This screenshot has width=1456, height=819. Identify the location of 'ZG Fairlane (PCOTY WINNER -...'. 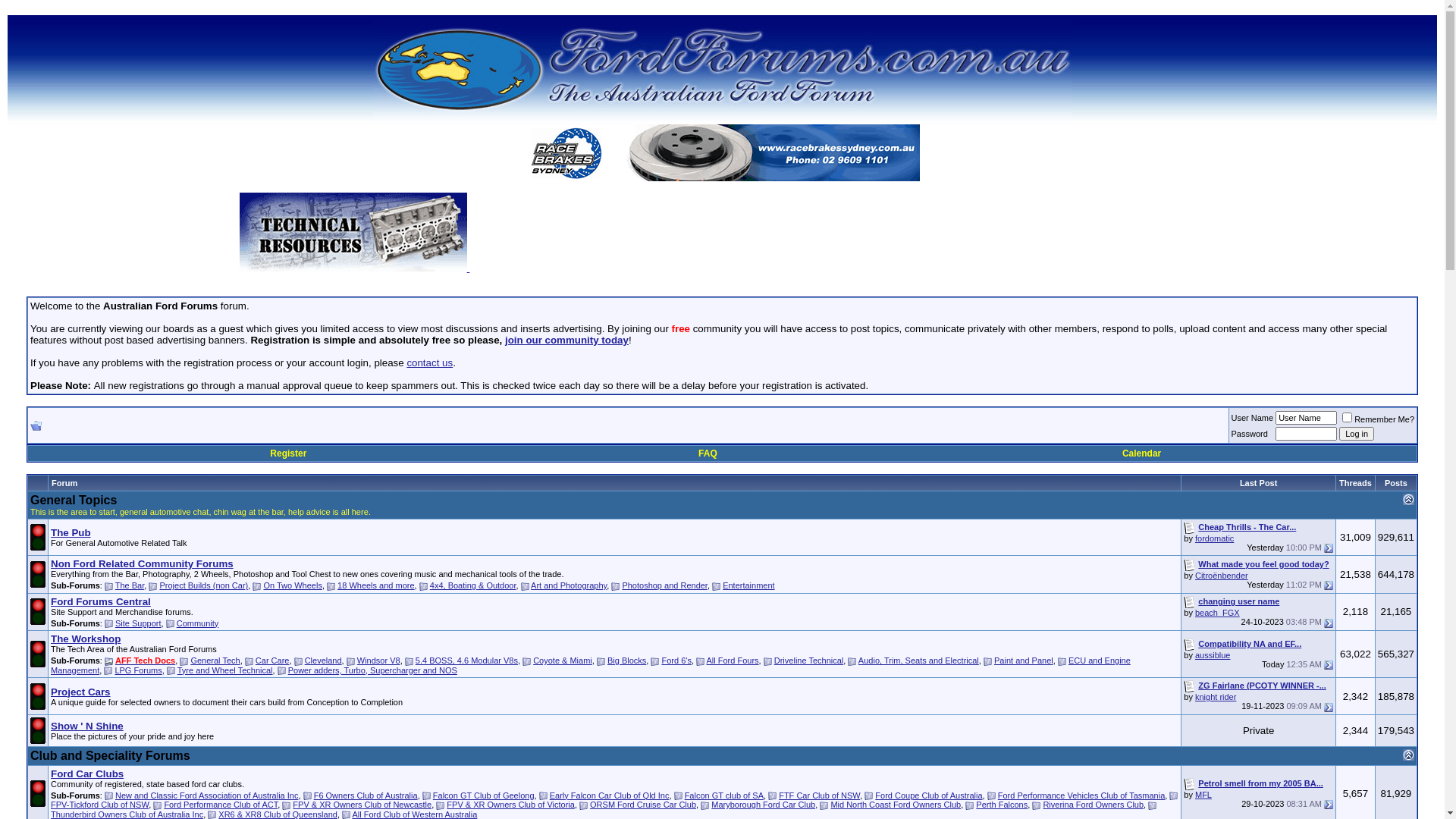
(1262, 685).